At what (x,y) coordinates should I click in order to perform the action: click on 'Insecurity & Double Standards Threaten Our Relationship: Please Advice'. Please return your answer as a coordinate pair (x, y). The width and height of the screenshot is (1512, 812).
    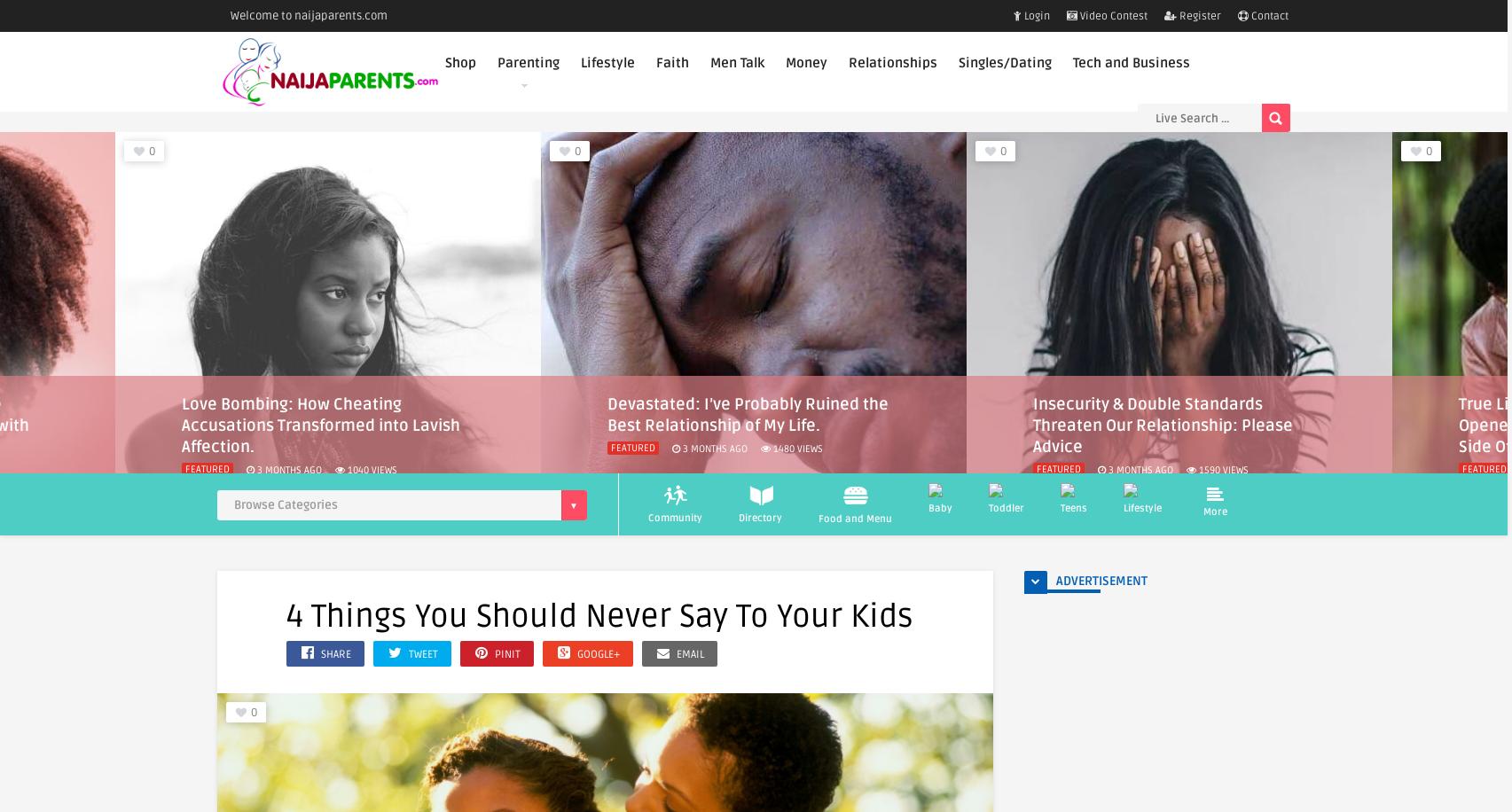
    Looking at the image, I should click on (737, 425).